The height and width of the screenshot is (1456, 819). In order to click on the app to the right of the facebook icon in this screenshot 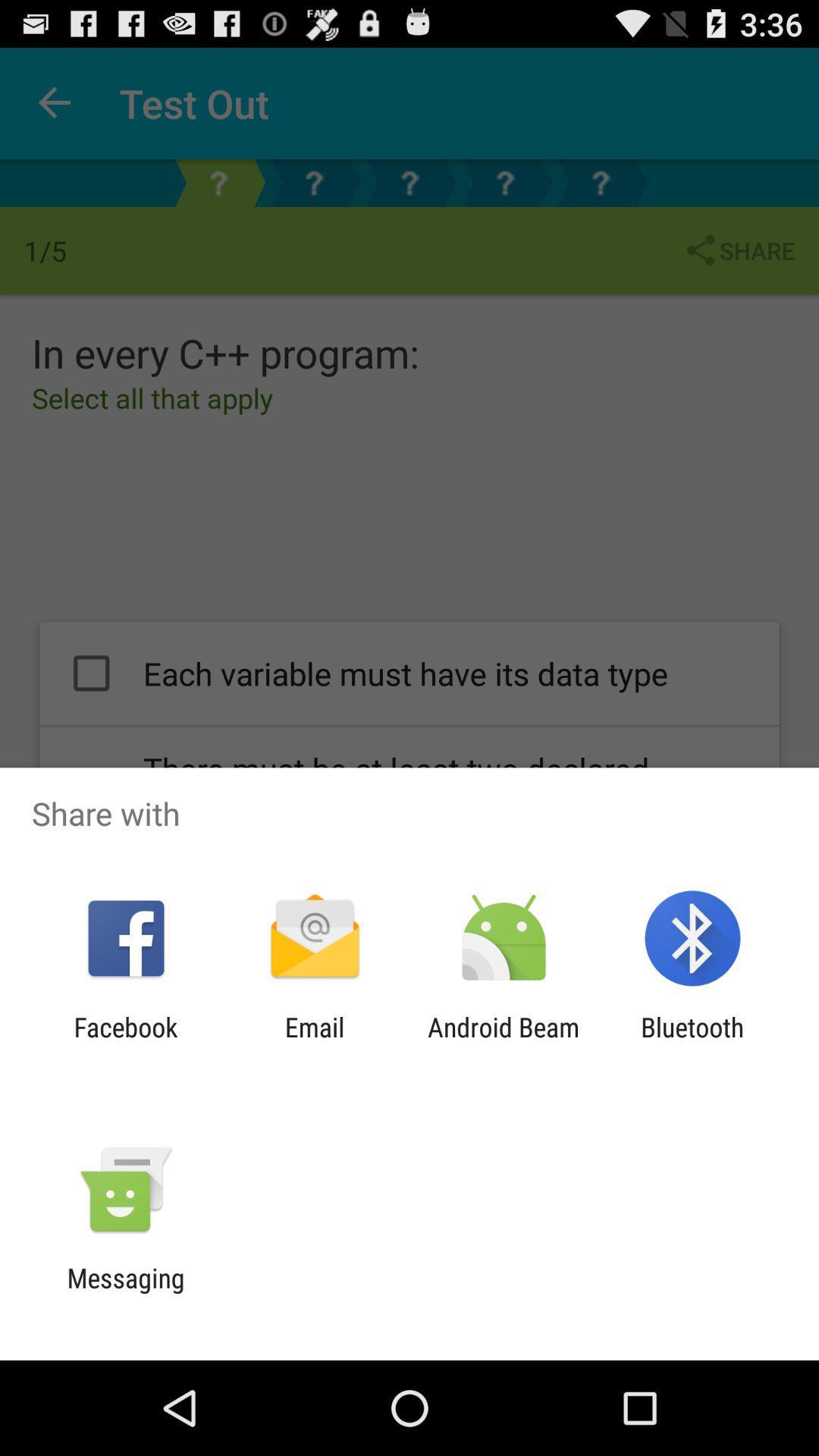, I will do `click(314, 1042)`.